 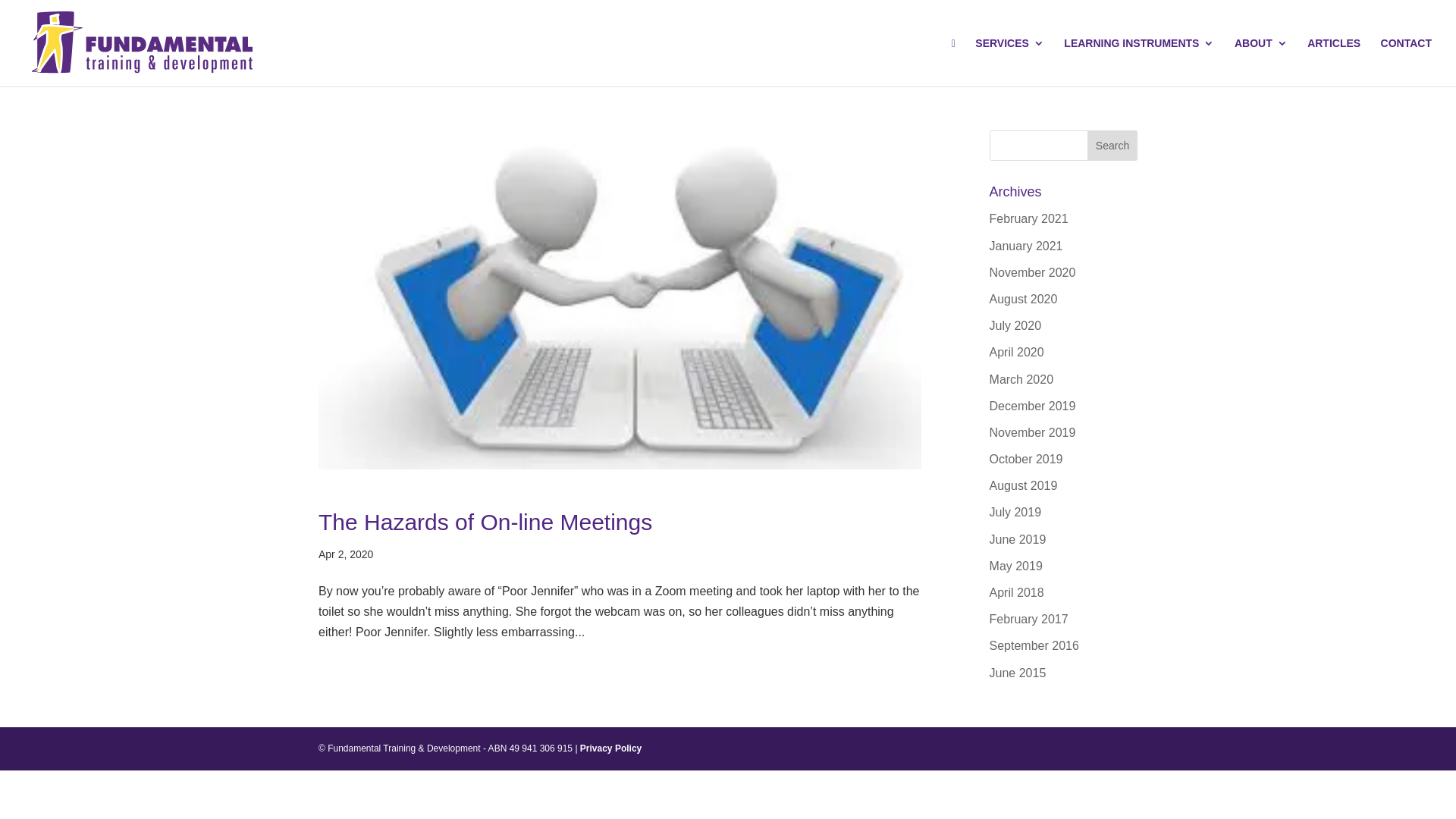 What do you see at coordinates (990, 485) in the screenshot?
I see `'August 2019'` at bounding box center [990, 485].